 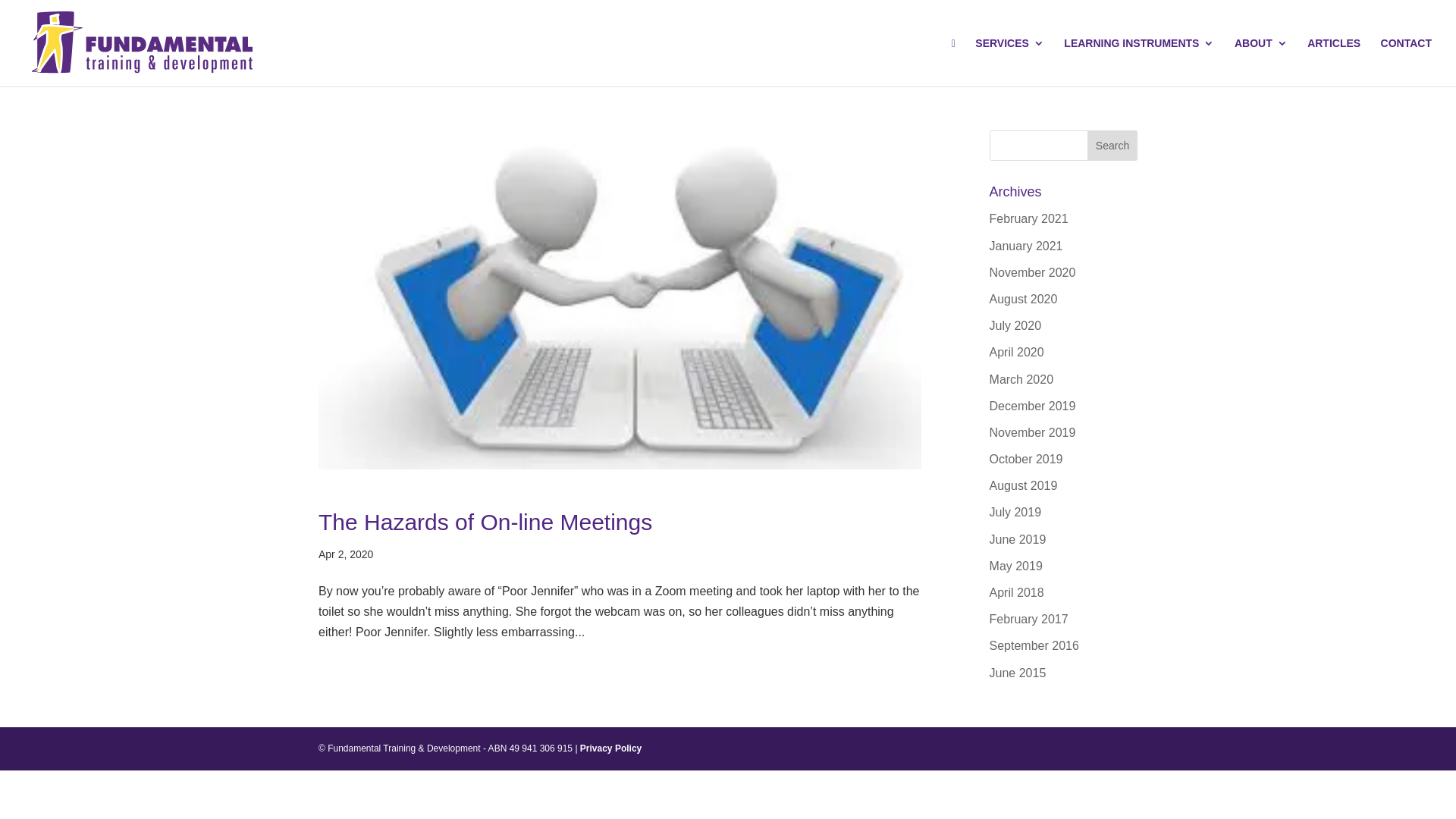 What do you see at coordinates (990, 485) in the screenshot?
I see `'August 2019'` at bounding box center [990, 485].